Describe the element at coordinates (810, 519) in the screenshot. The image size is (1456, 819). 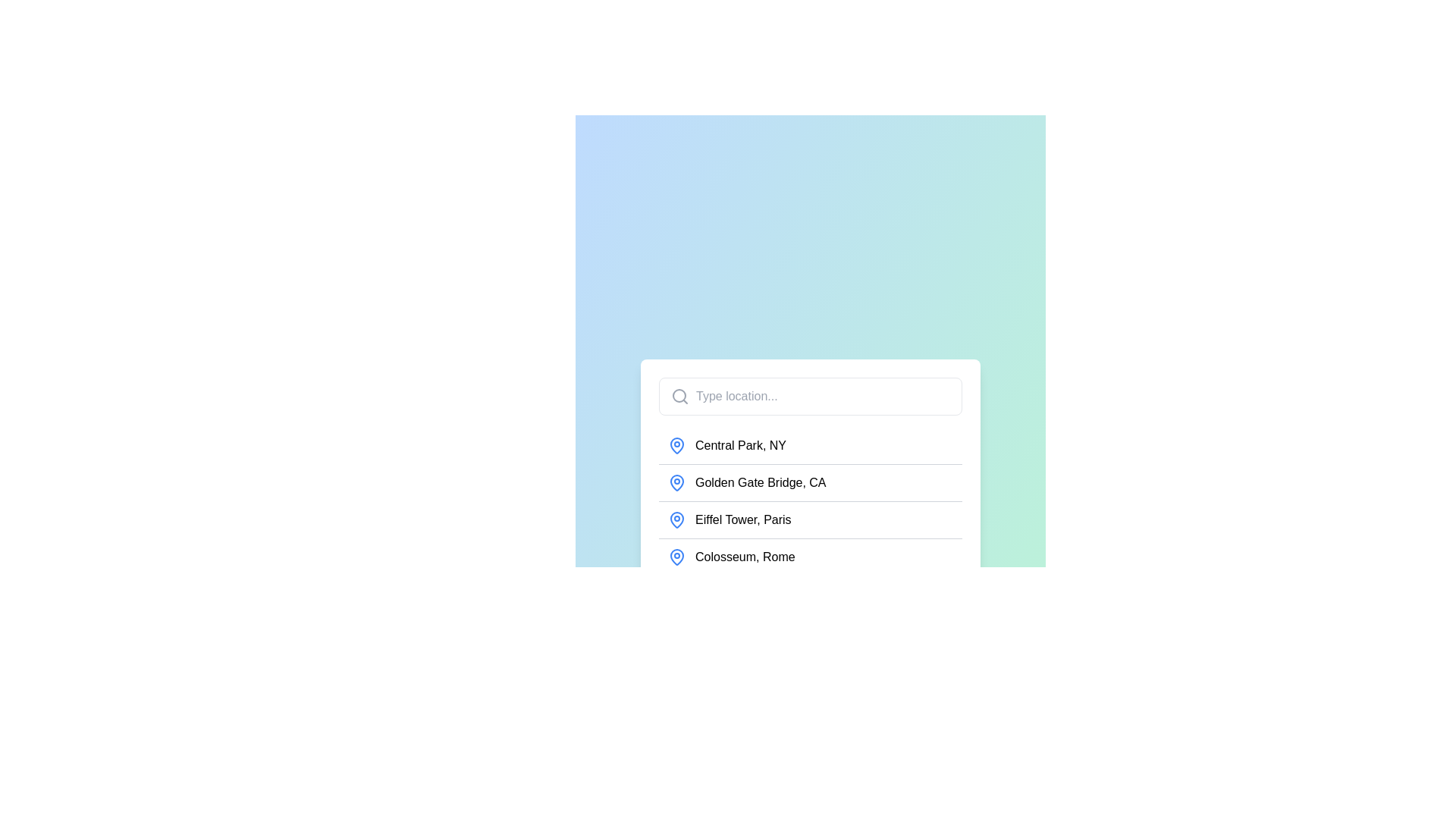
I see `the third item` at that location.